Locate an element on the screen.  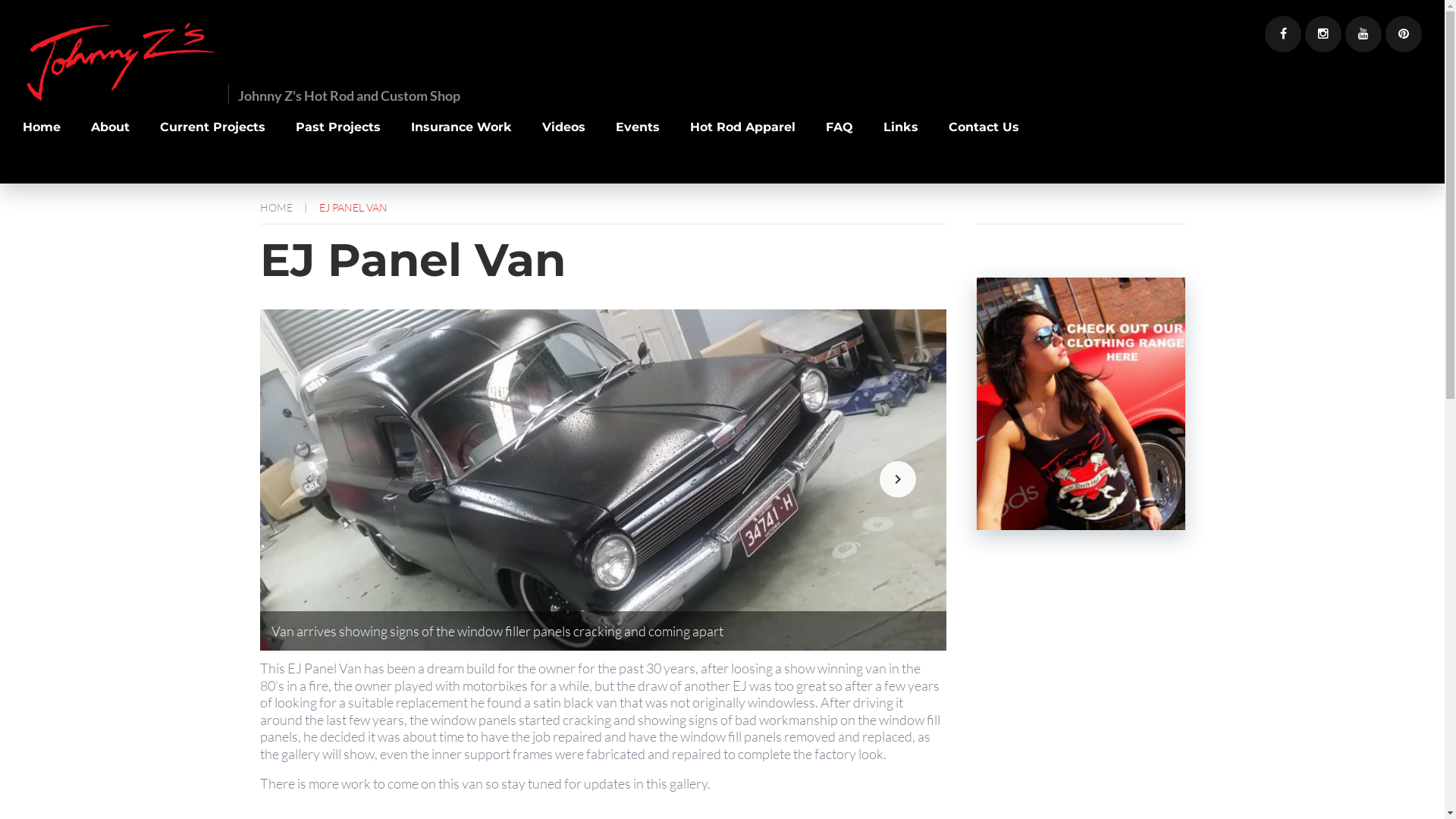
'Home' is located at coordinates (41, 143).